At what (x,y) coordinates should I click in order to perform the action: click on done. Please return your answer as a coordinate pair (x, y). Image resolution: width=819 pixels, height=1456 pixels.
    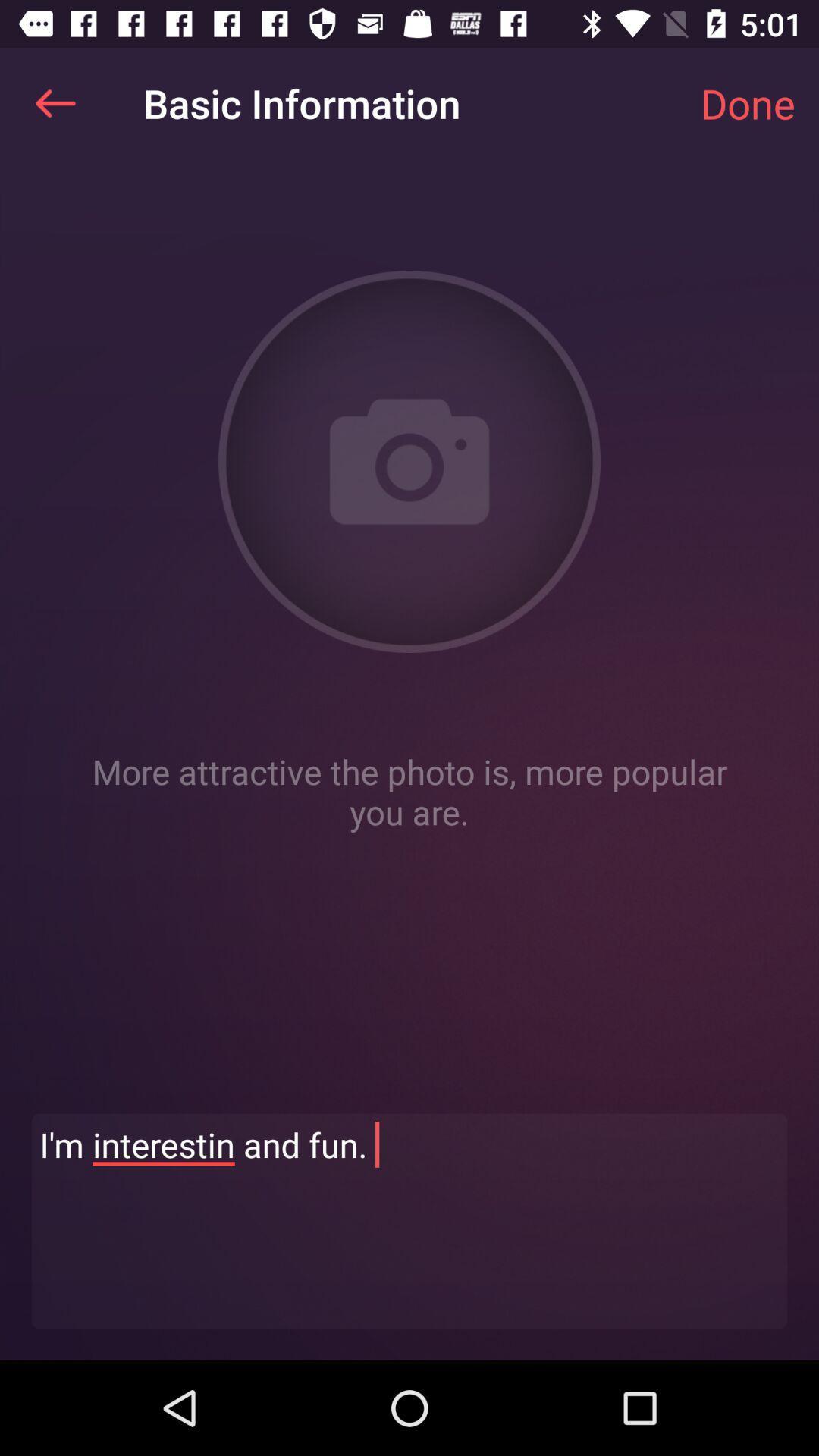
    Looking at the image, I should click on (747, 102).